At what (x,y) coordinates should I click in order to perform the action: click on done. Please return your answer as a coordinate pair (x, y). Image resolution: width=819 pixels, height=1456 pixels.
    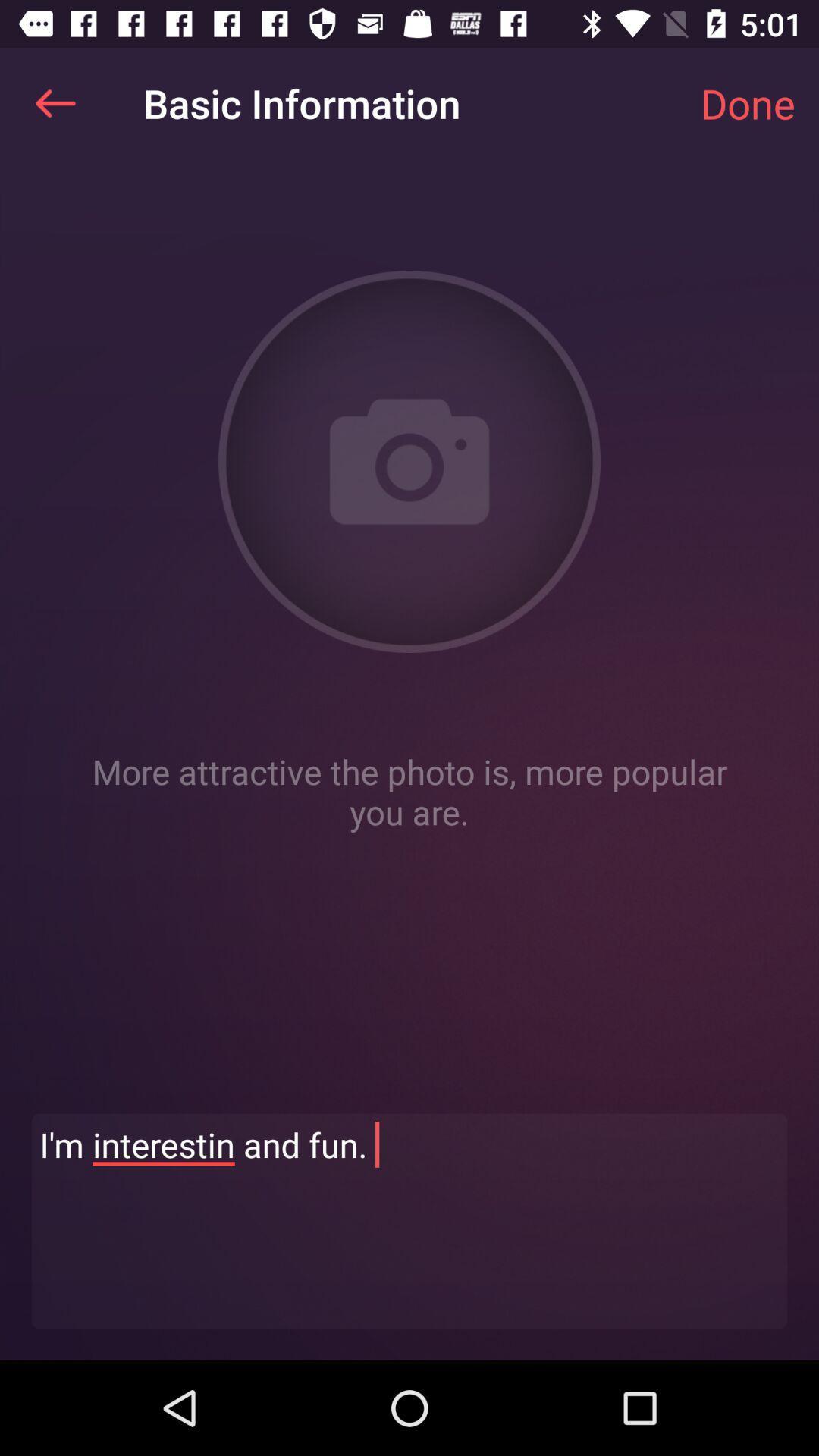
    Looking at the image, I should click on (747, 102).